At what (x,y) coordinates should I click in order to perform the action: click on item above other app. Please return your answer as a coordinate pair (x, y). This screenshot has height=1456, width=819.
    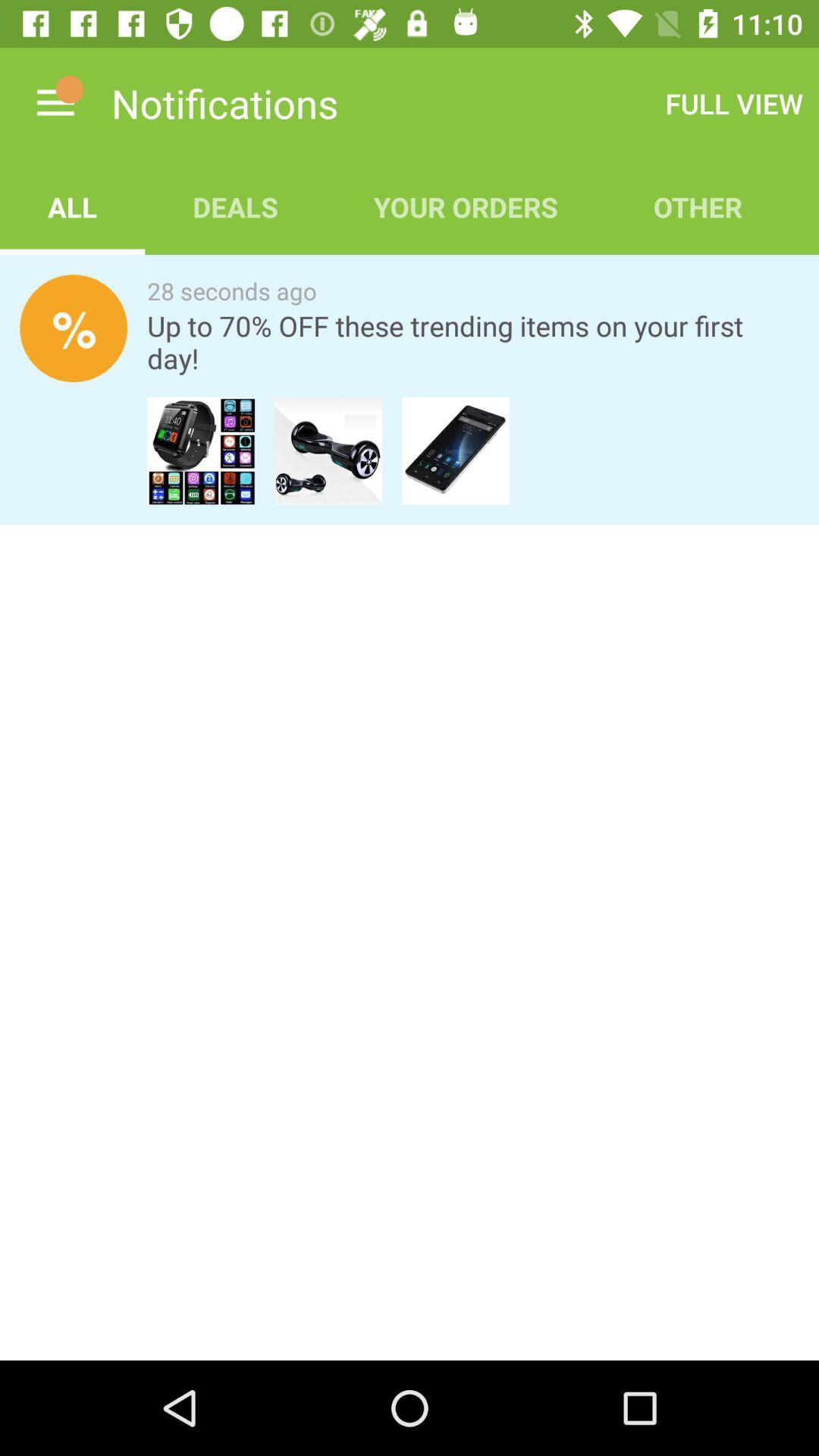
    Looking at the image, I should click on (733, 102).